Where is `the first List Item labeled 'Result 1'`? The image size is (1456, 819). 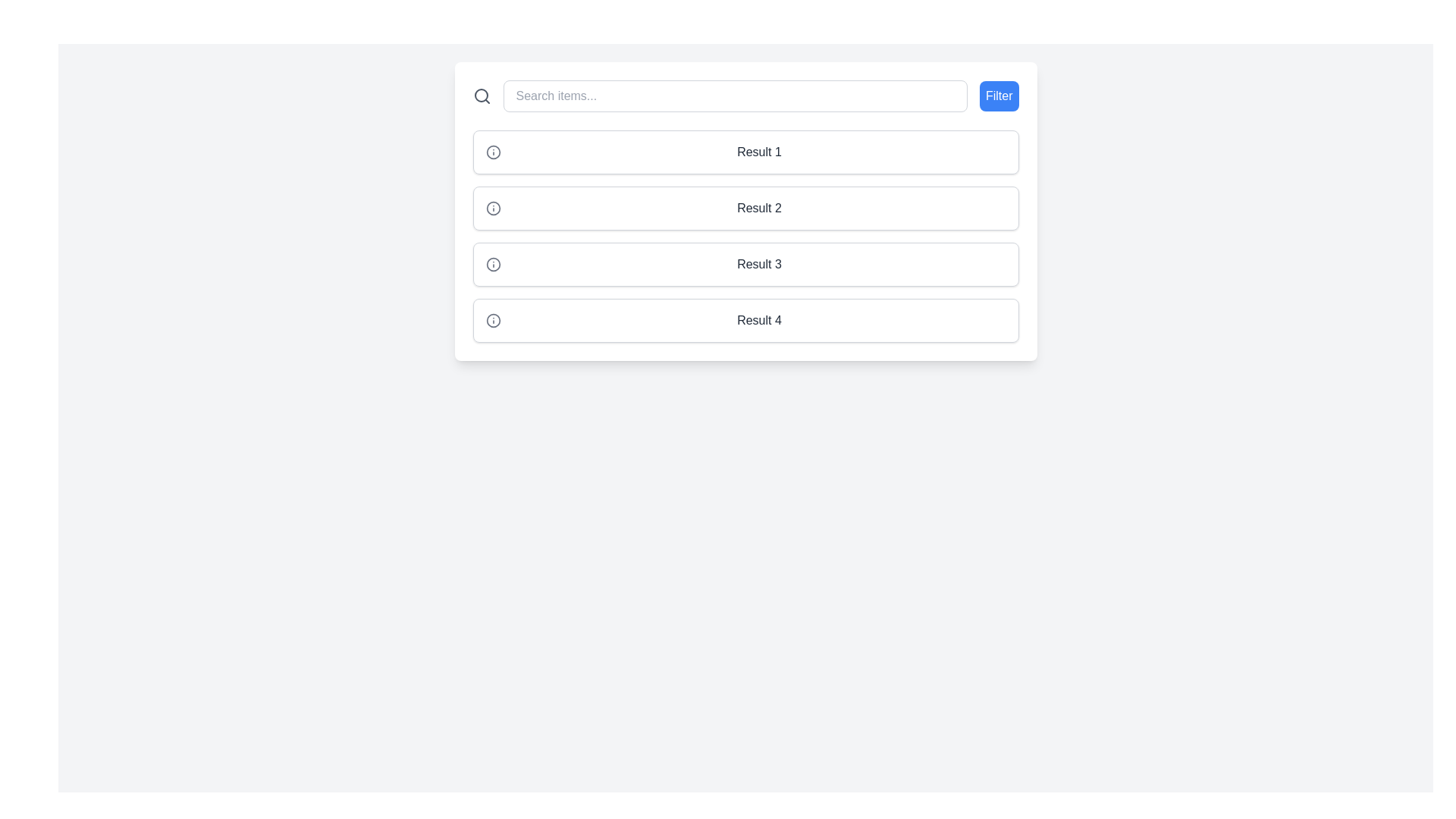 the first List Item labeled 'Result 1' is located at coordinates (745, 152).